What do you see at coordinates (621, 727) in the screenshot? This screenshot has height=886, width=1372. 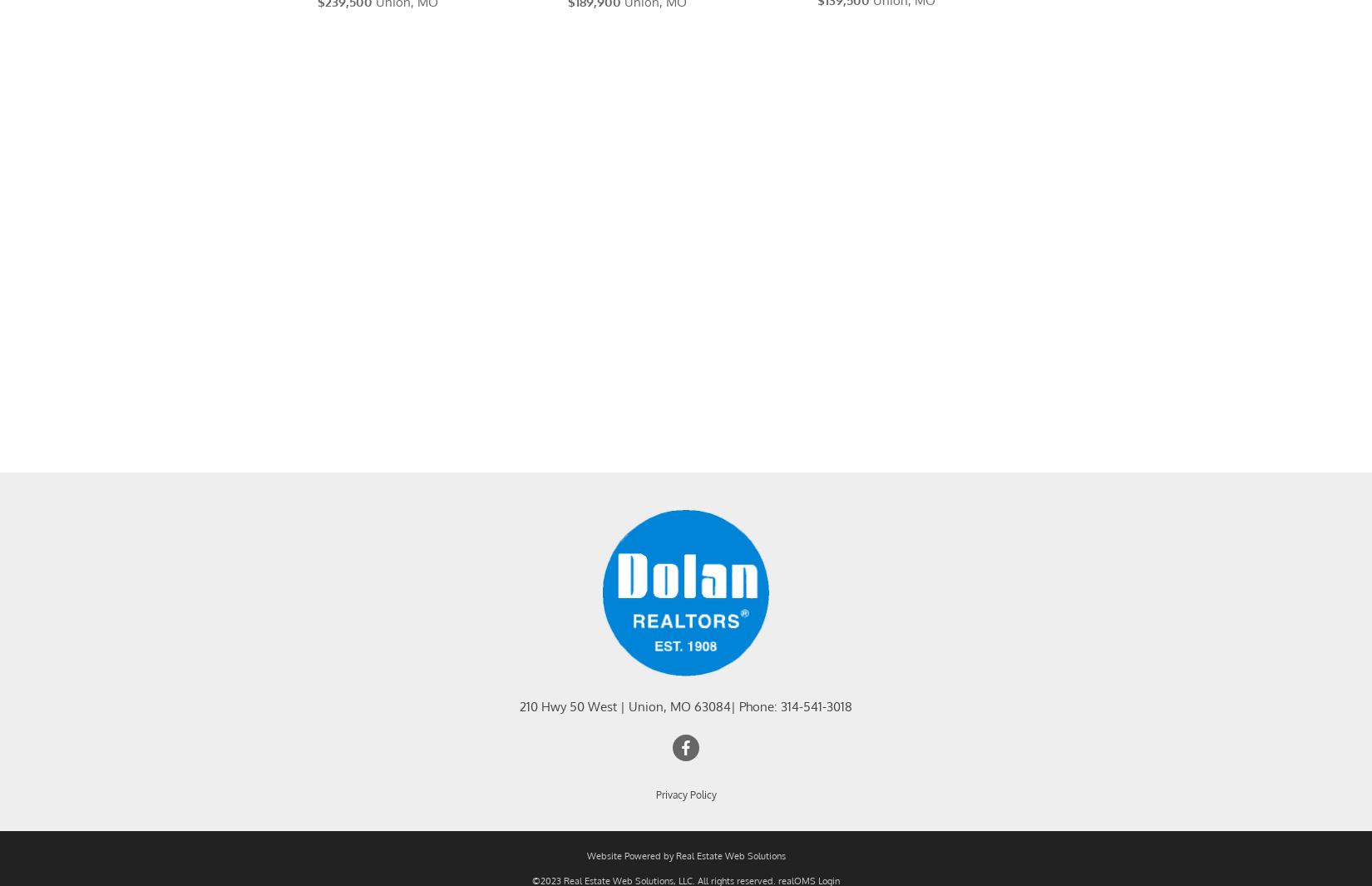 I see `'|'` at bounding box center [621, 727].